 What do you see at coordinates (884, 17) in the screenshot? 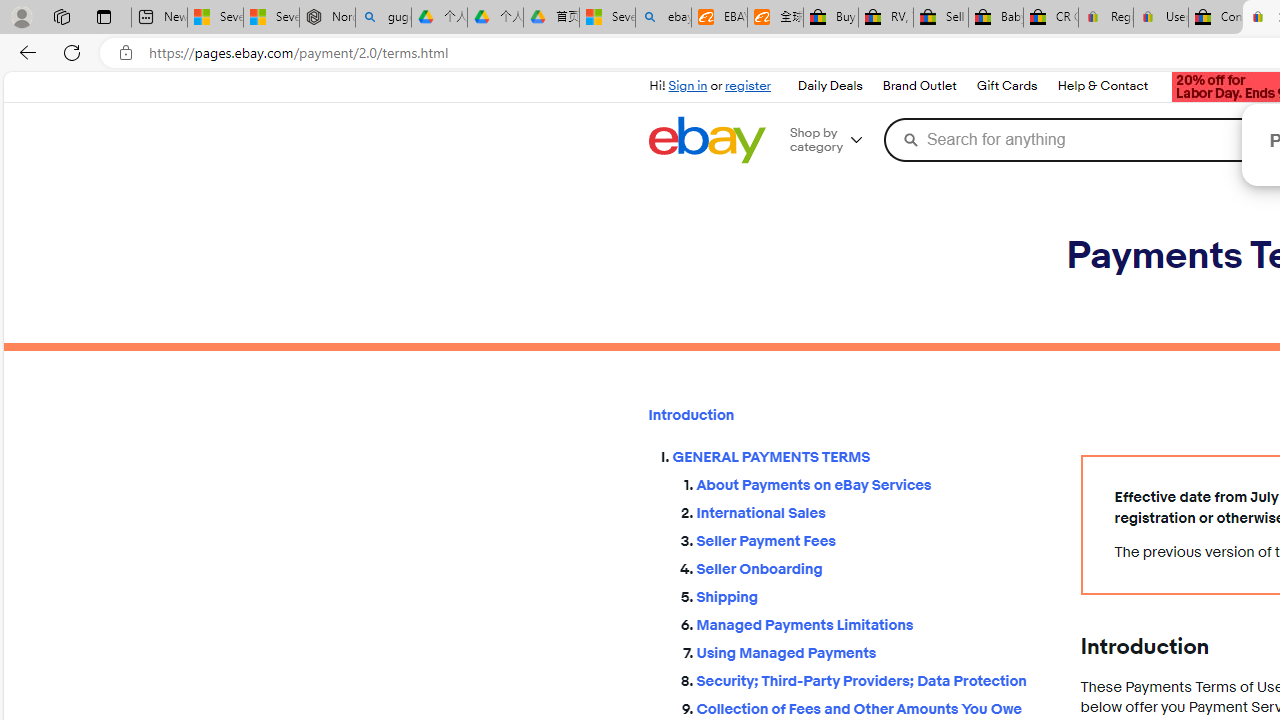
I see `'RV, Trailer & Camper Steps & Ladders for sale | eBay'` at bounding box center [884, 17].